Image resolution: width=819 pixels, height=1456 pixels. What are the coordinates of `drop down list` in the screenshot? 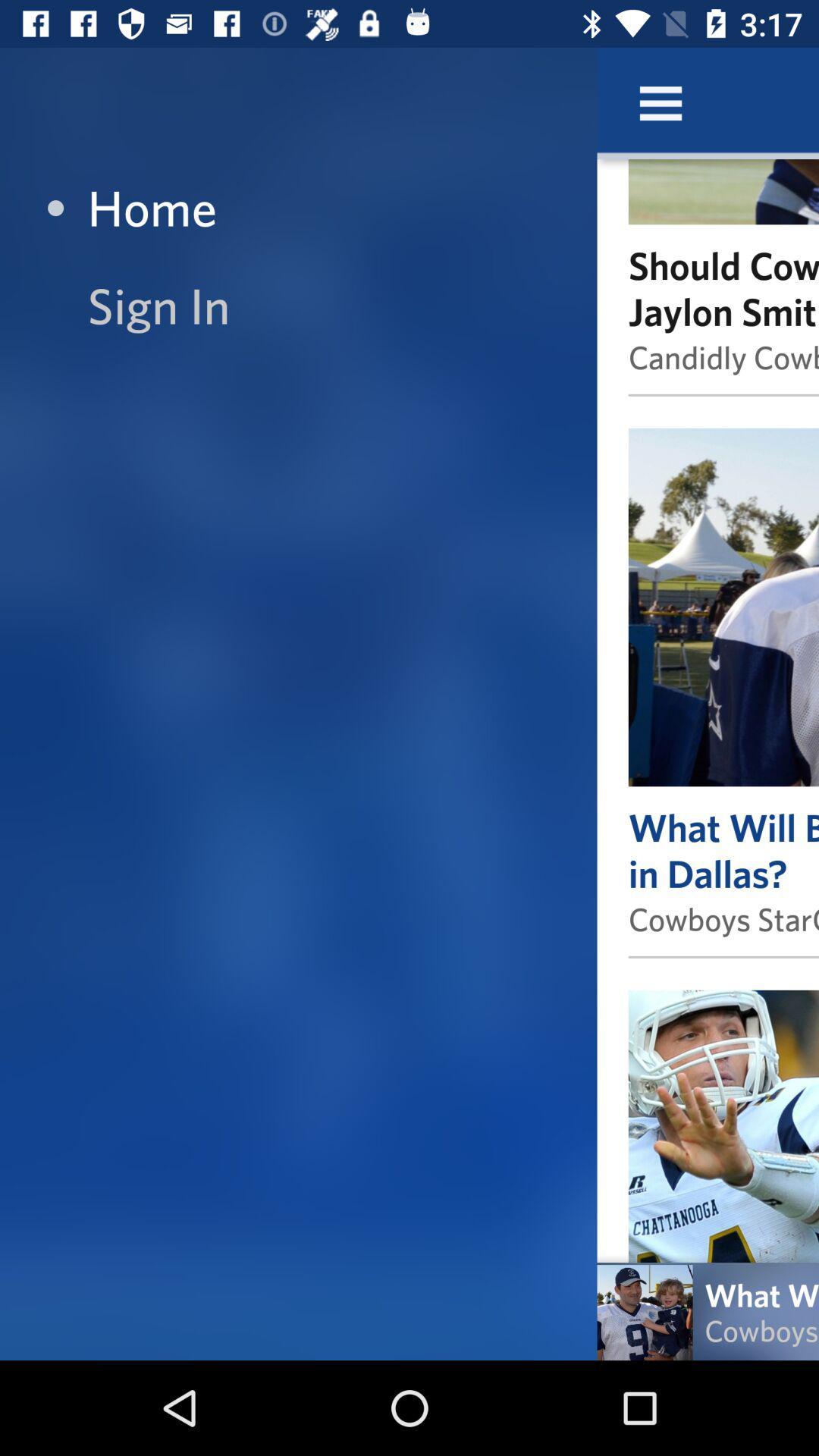 It's located at (660, 102).